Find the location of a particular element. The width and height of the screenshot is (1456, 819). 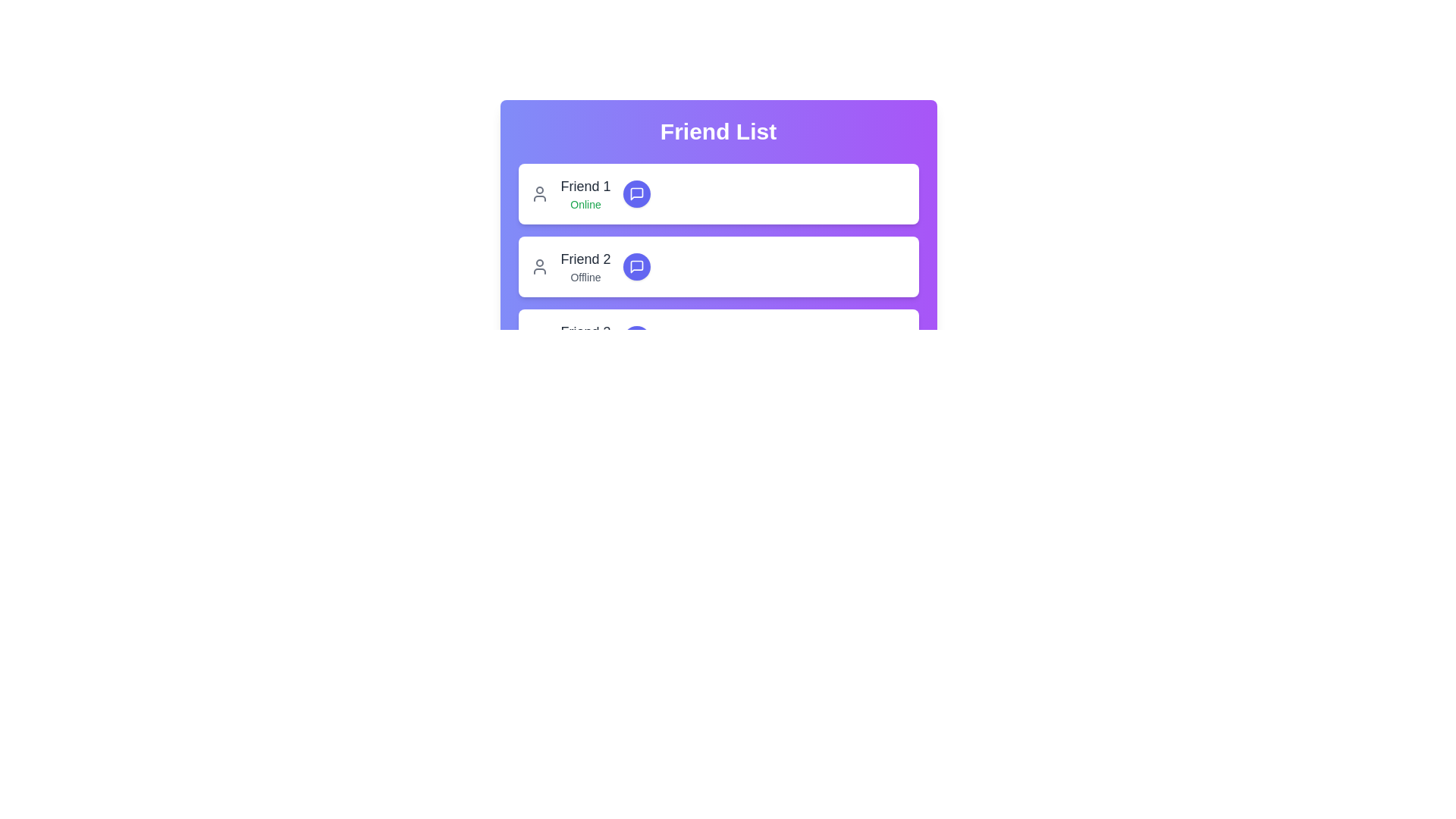

the user icon in the 'Friend 2' card located at the top-left corner adjacent to the left border is located at coordinates (539, 265).